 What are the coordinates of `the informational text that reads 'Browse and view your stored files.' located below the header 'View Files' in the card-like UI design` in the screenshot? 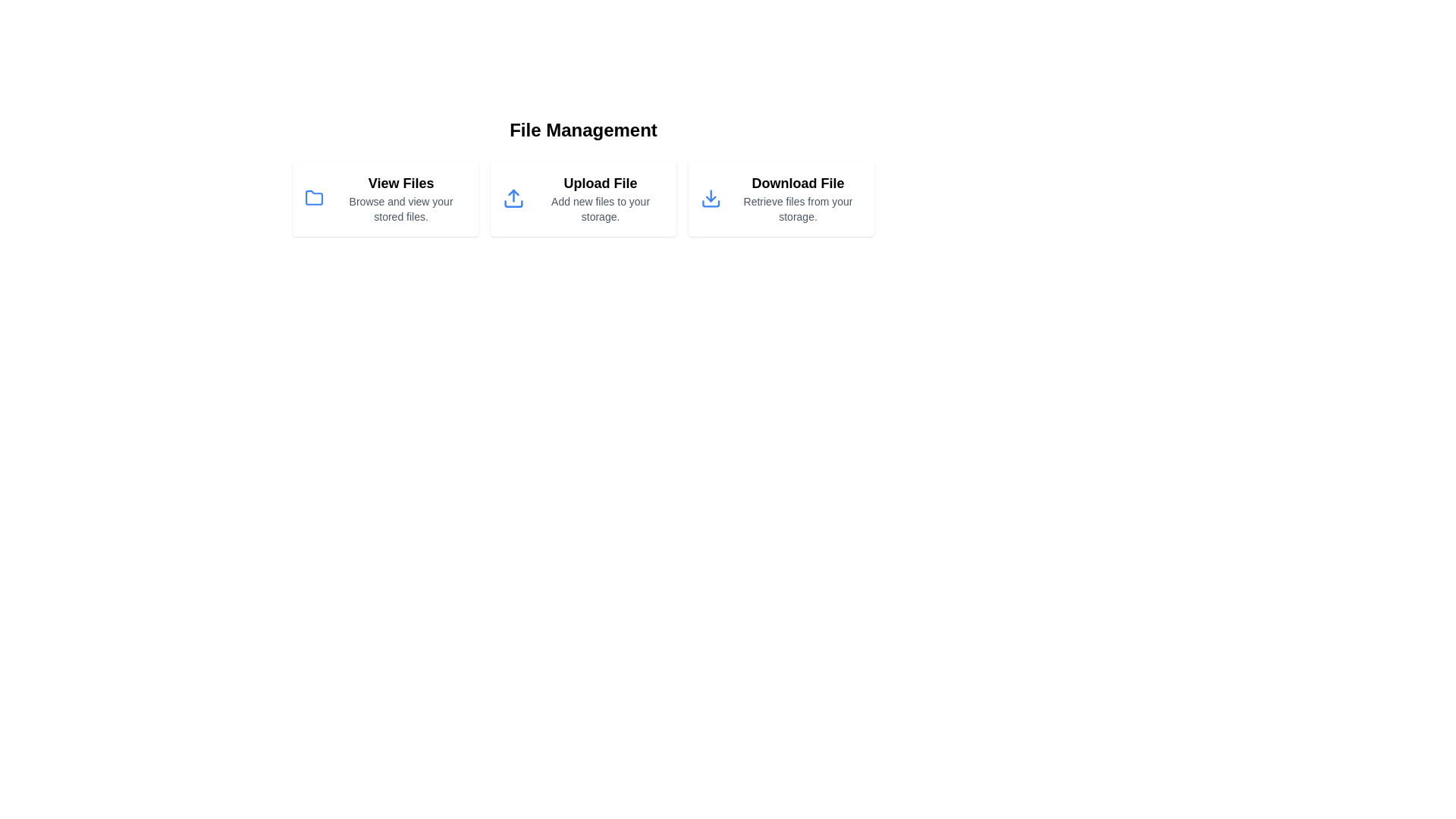 It's located at (401, 209).